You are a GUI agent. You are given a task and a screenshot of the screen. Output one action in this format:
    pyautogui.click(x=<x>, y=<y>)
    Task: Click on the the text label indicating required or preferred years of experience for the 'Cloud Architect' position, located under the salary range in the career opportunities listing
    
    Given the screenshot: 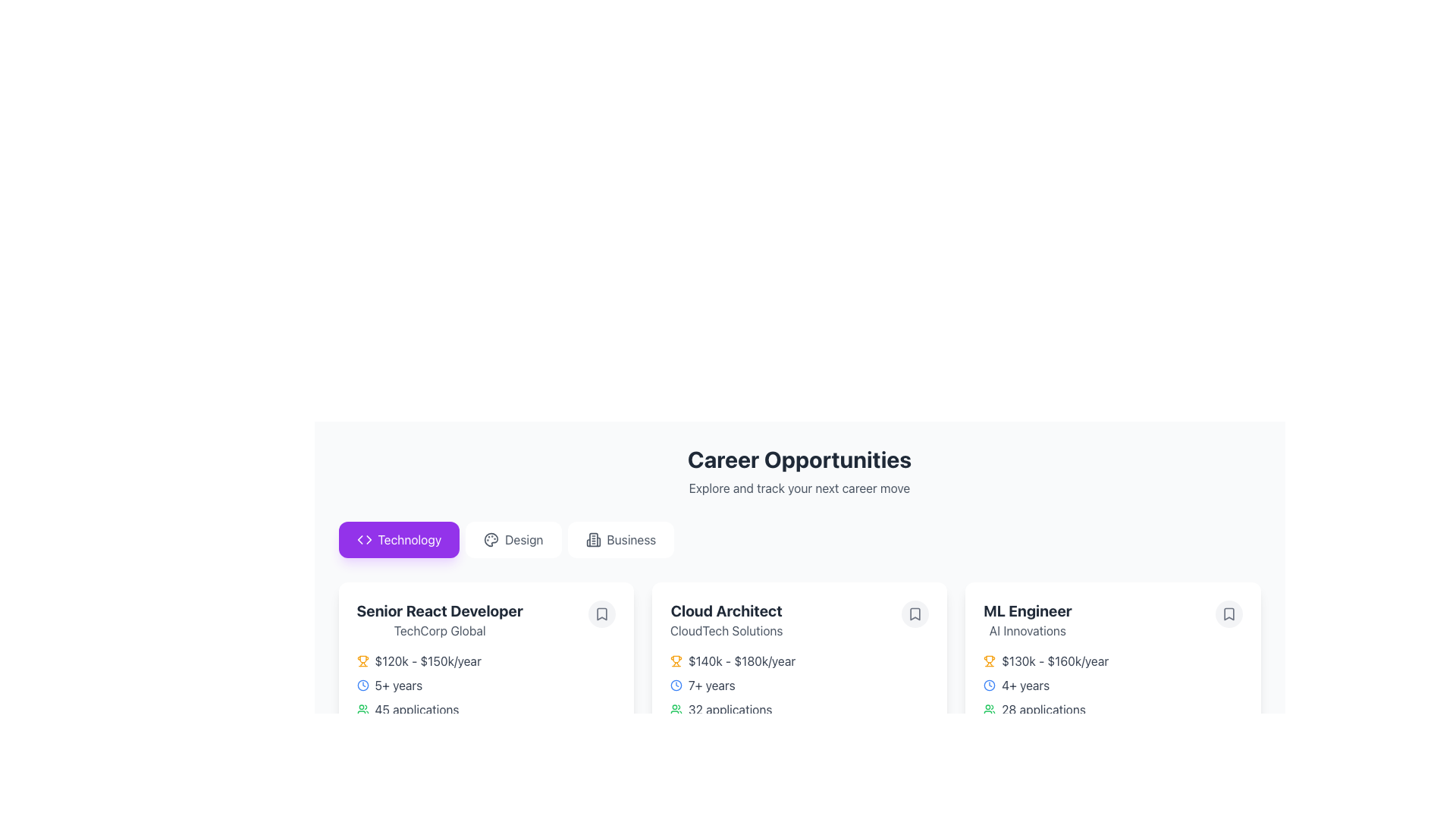 What is the action you would take?
    pyautogui.click(x=711, y=685)
    